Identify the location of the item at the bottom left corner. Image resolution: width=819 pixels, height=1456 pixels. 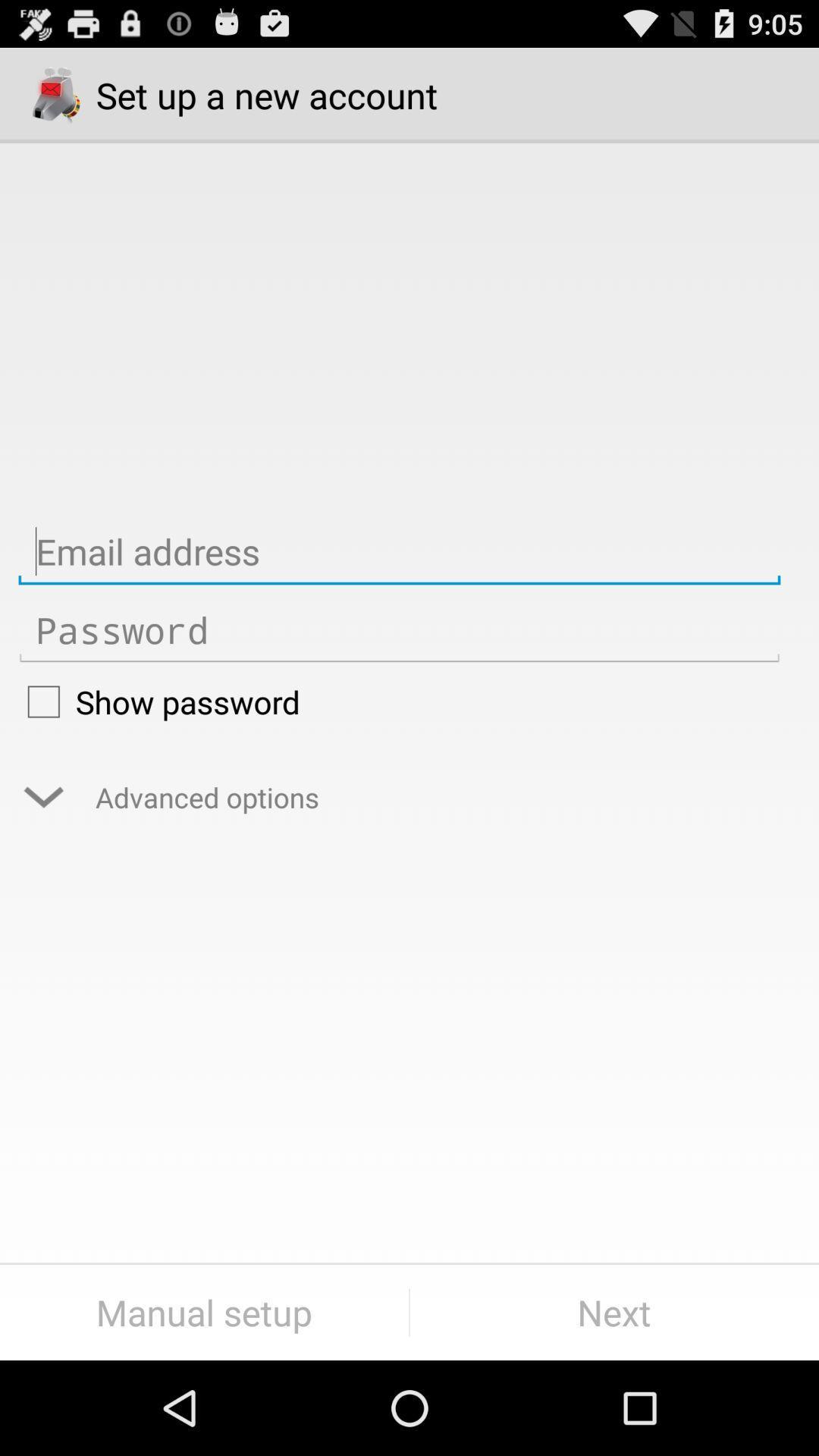
(203, 1312).